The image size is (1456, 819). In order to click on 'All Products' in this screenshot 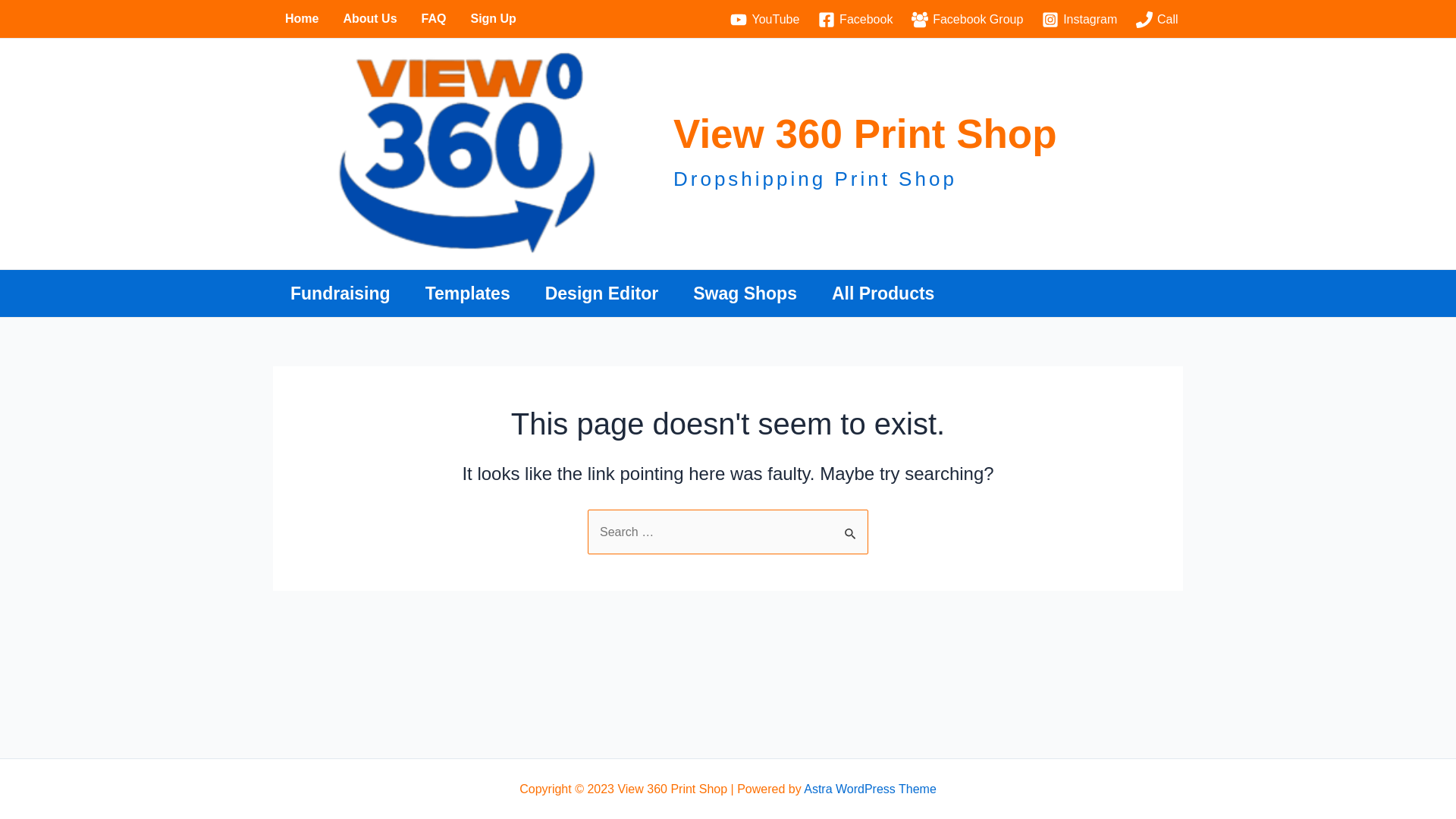, I will do `click(883, 293)`.